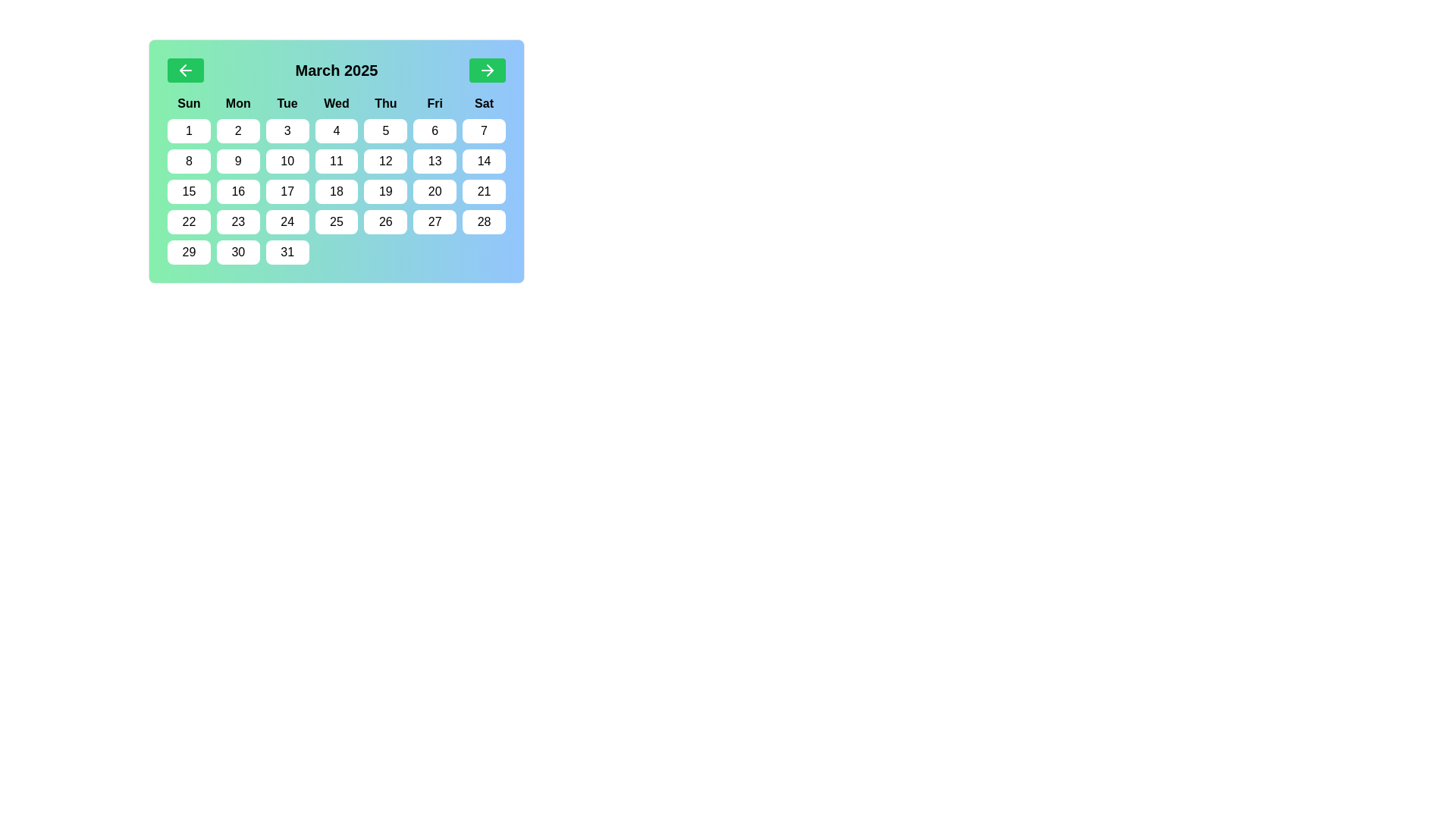 This screenshot has width=1456, height=819. I want to click on the rectangular button with rounded corners, displaying the number '21' in black, so click(483, 191).